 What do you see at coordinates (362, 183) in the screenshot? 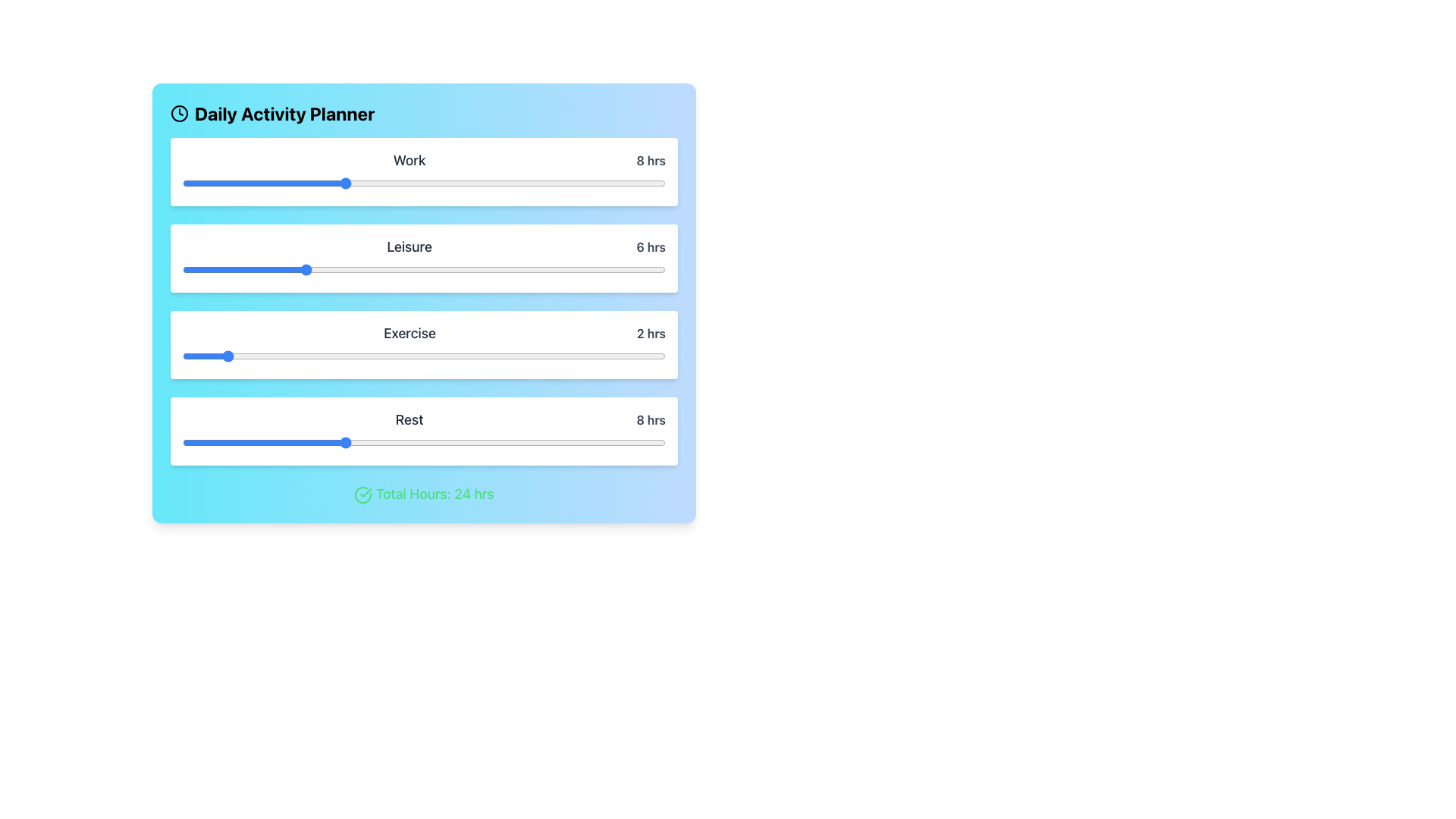
I see `'Work' hours` at bounding box center [362, 183].